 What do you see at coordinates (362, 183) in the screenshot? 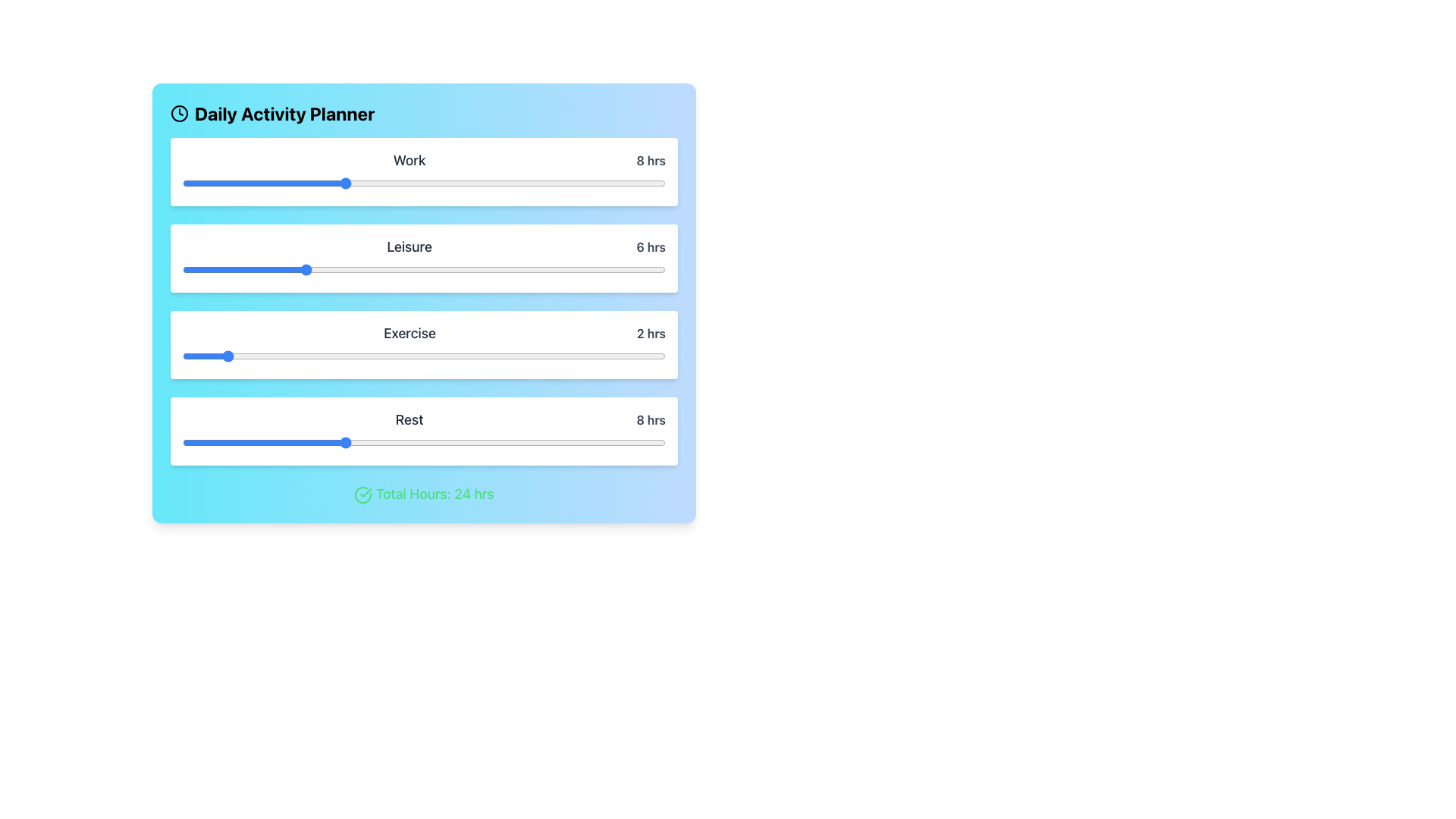
I see `'Work' hours` at bounding box center [362, 183].